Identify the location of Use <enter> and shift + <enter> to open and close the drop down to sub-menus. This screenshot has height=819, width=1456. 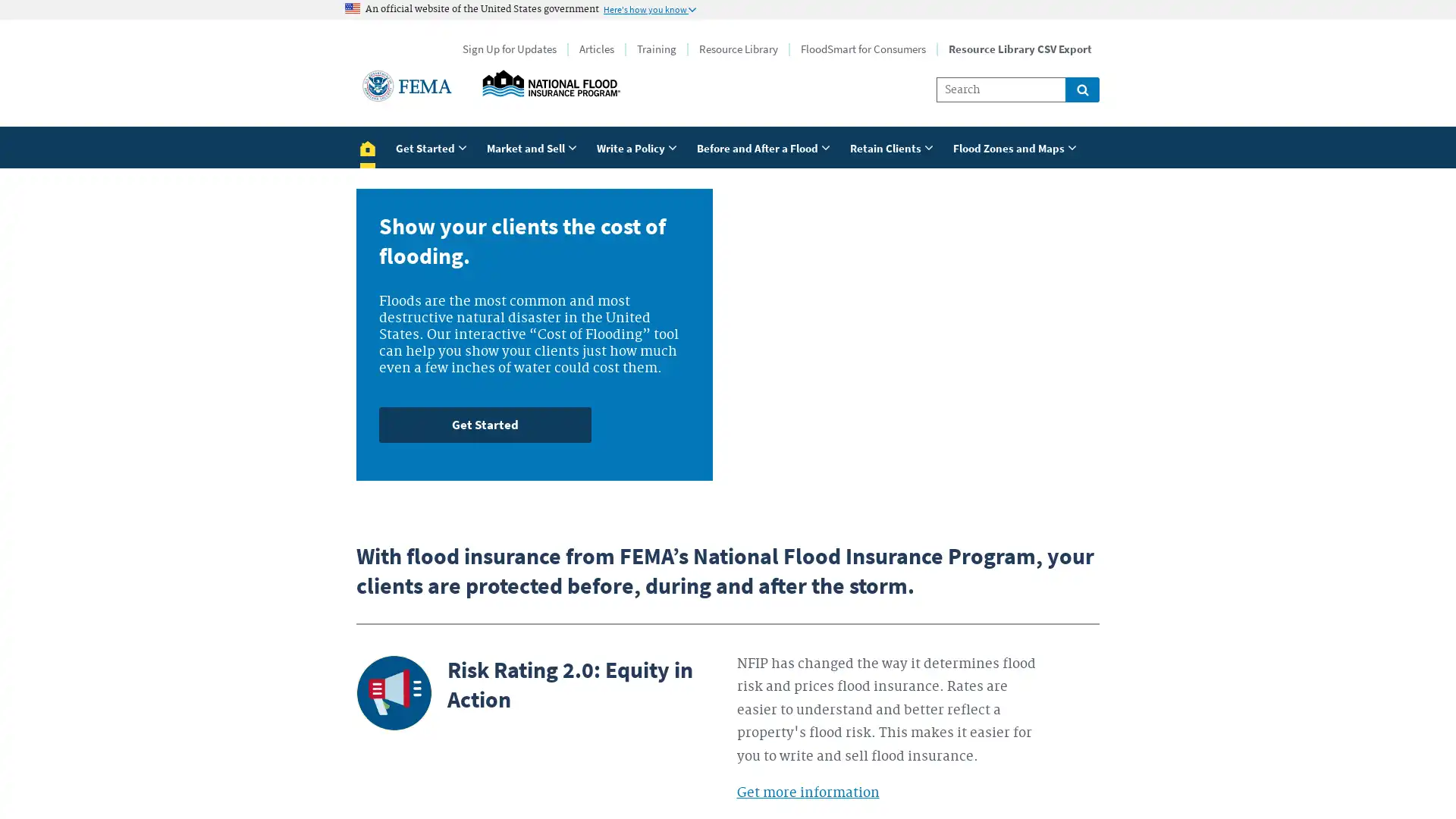
(534, 146).